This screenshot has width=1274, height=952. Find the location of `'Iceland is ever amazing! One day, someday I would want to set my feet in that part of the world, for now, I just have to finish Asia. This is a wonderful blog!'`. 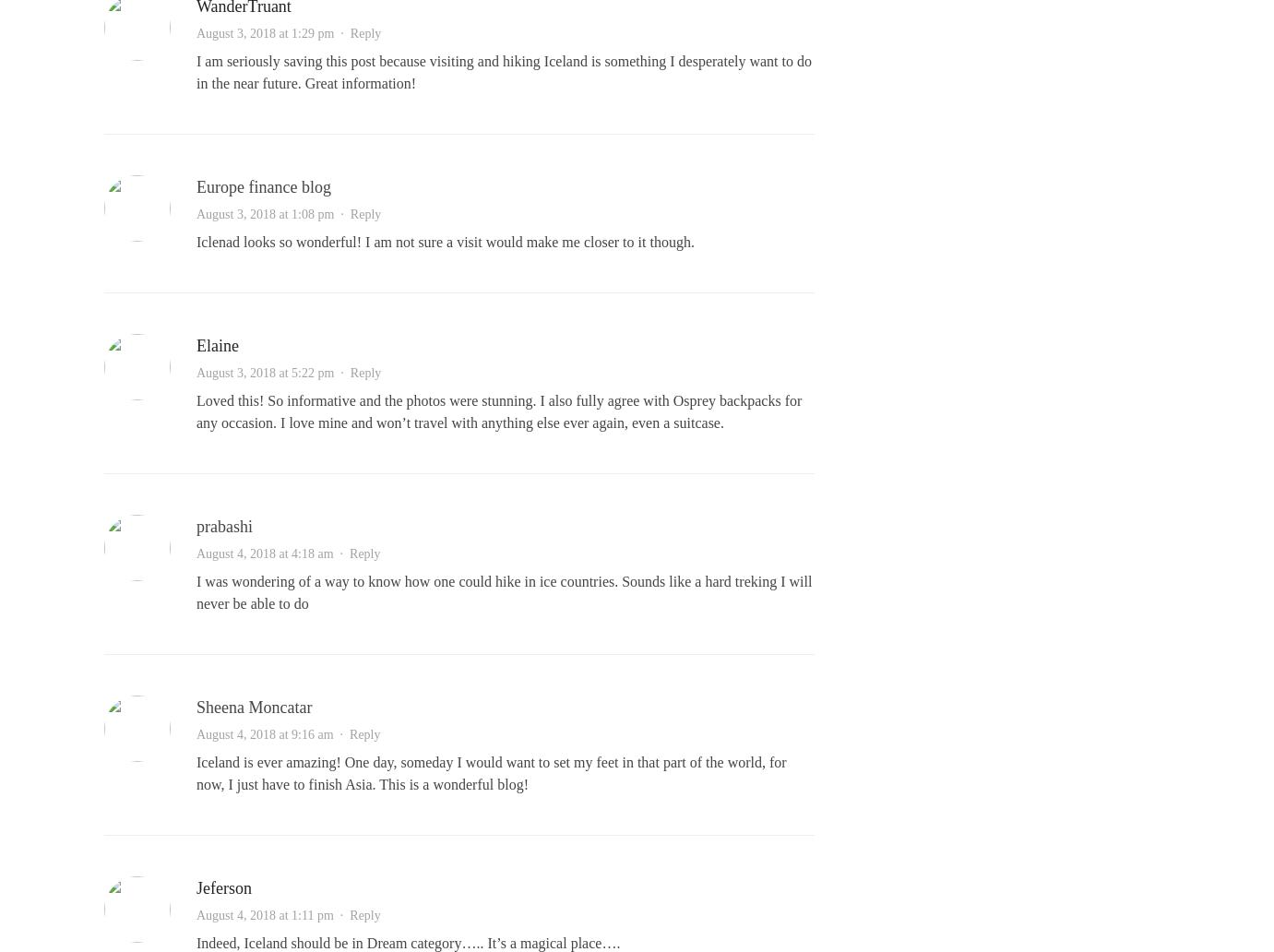

'Iceland is ever amazing! One day, someday I would want to set my feet in that part of the world, for now, I just have to finish Asia. This is a wonderful blog!' is located at coordinates (195, 773).